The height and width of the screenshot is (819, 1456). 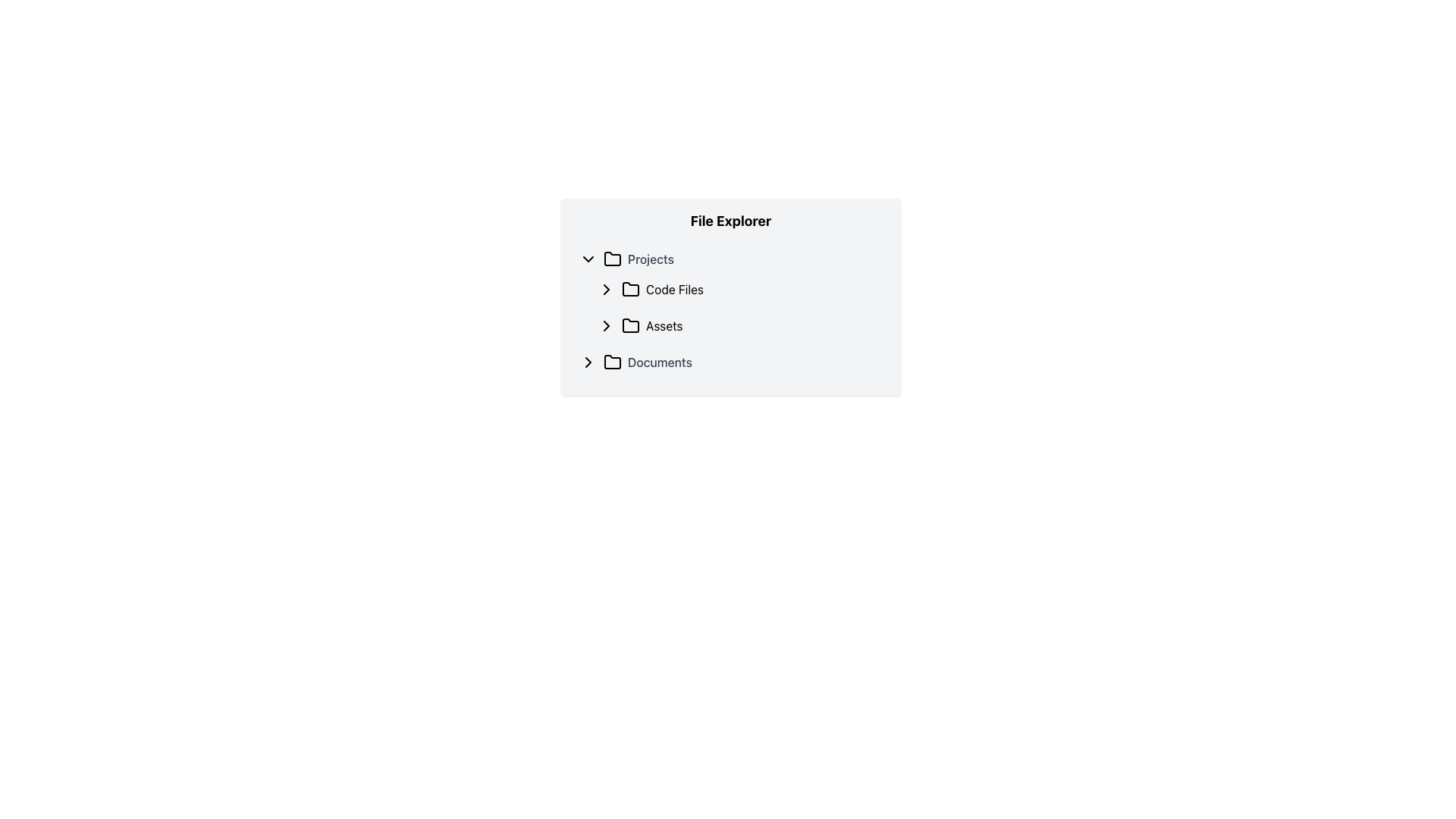 What do you see at coordinates (660, 362) in the screenshot?
I see `the 'Documents' text label, which is styled in medium gray and aligned to the right of a folder icon` at bounding box center [660, 362].